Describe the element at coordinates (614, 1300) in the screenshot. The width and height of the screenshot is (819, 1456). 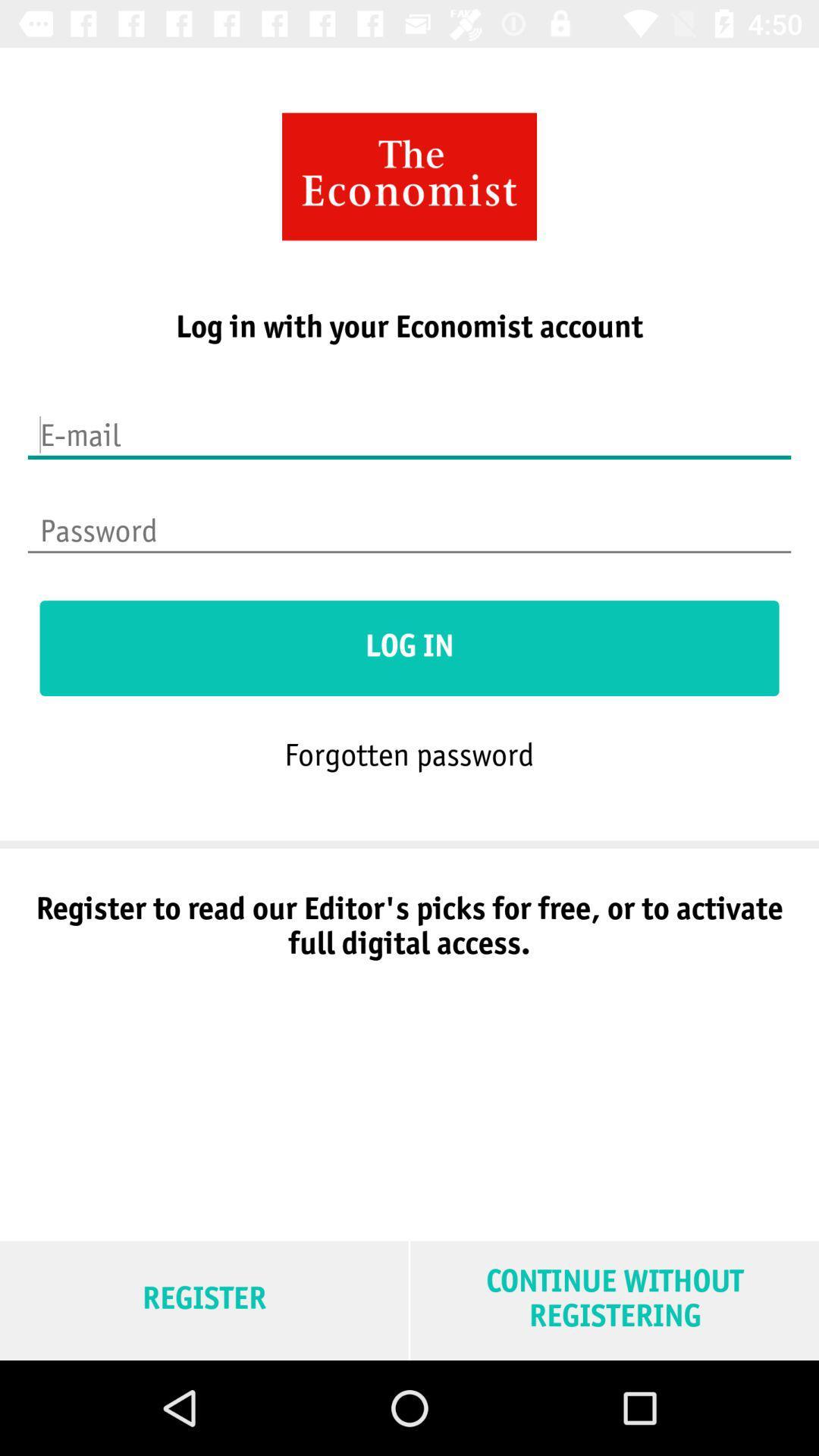
I see `item next to register` at that location.